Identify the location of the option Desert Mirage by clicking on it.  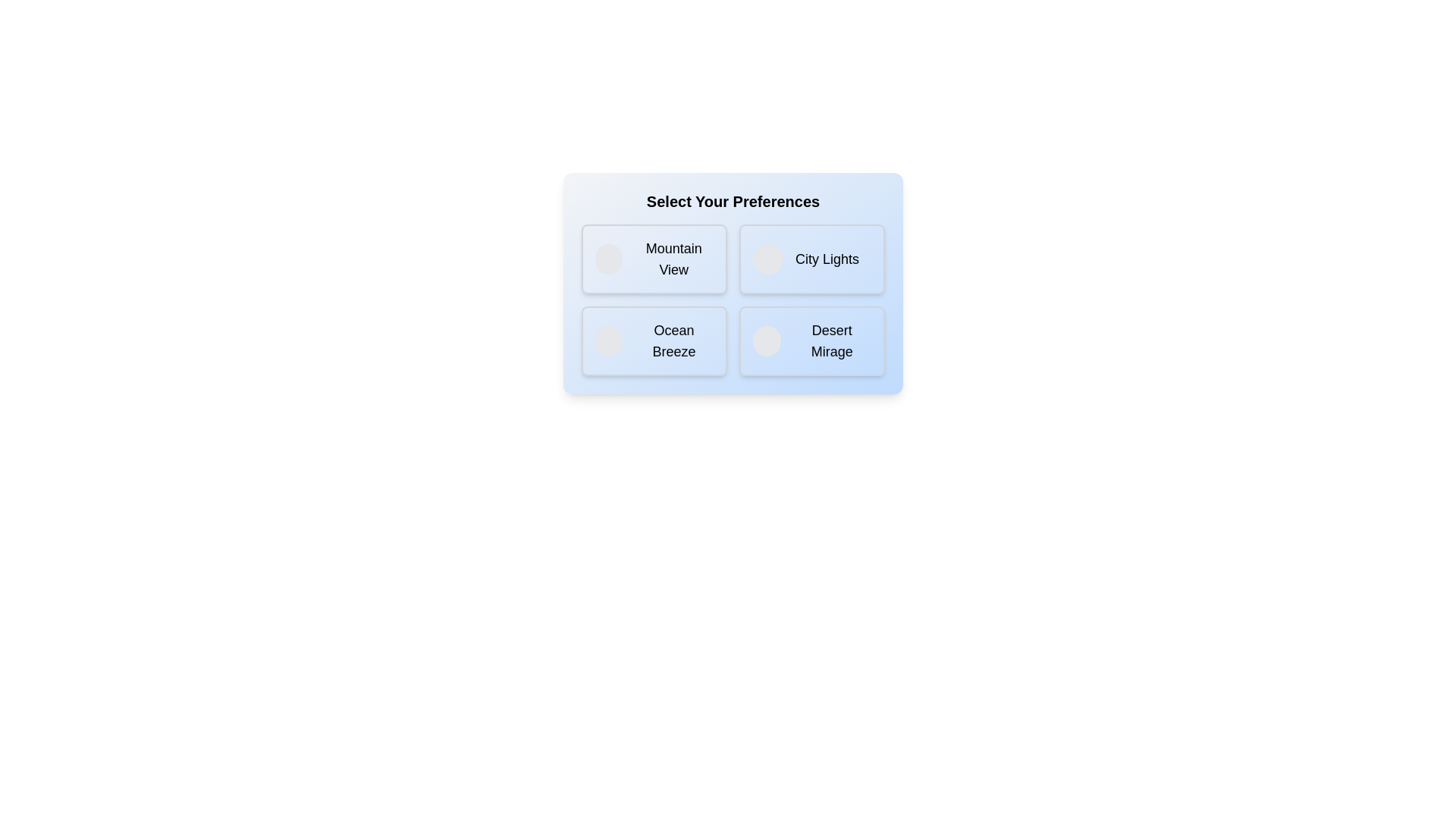
(811, 341).